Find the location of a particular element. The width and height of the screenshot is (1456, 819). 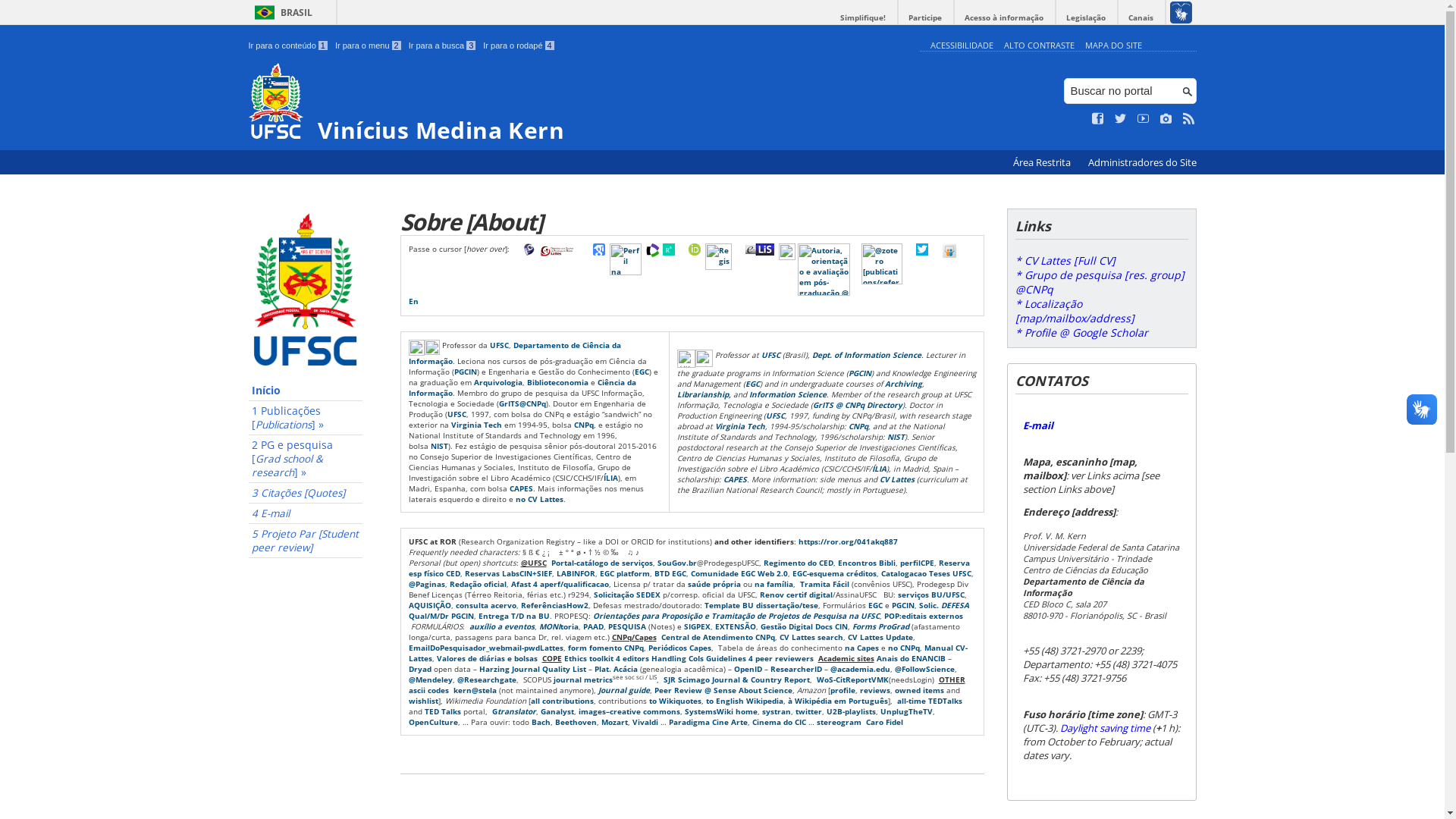

'ACESSIBILIDADE' is located at coordinates (960, 44).